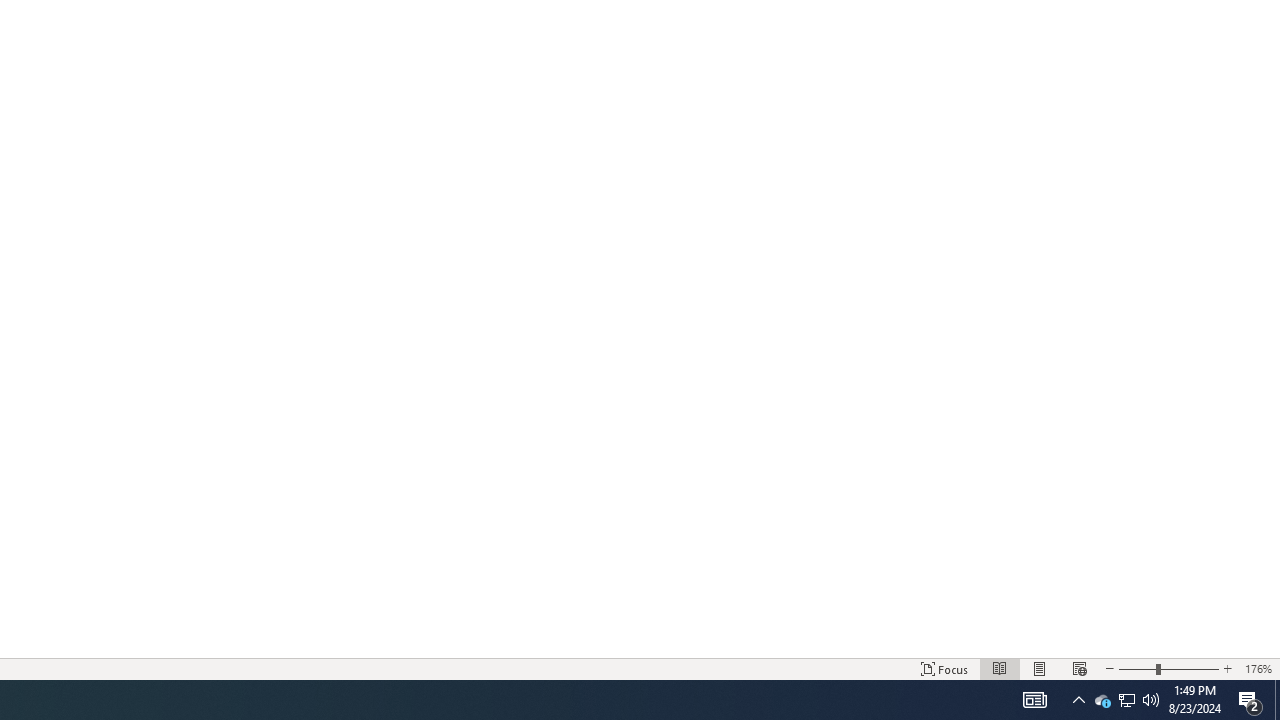 This screenshot has height=720, width=1280. I want to click on 'Decrease Text Size', so click(1108, 669).